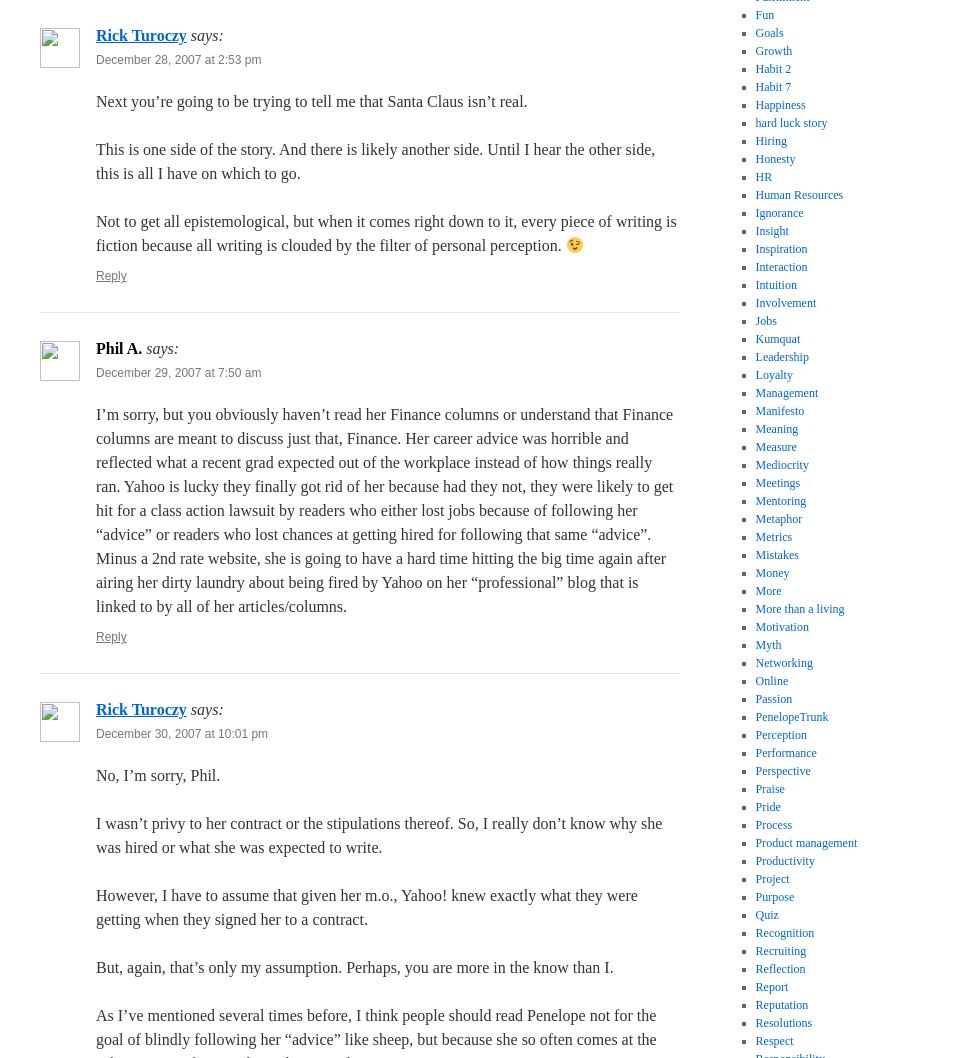 The height and width of the screenshot is (1058, 980). Describe the element at coordinates (754, 806) in the screenshot. I see `'Pride'` at that location.